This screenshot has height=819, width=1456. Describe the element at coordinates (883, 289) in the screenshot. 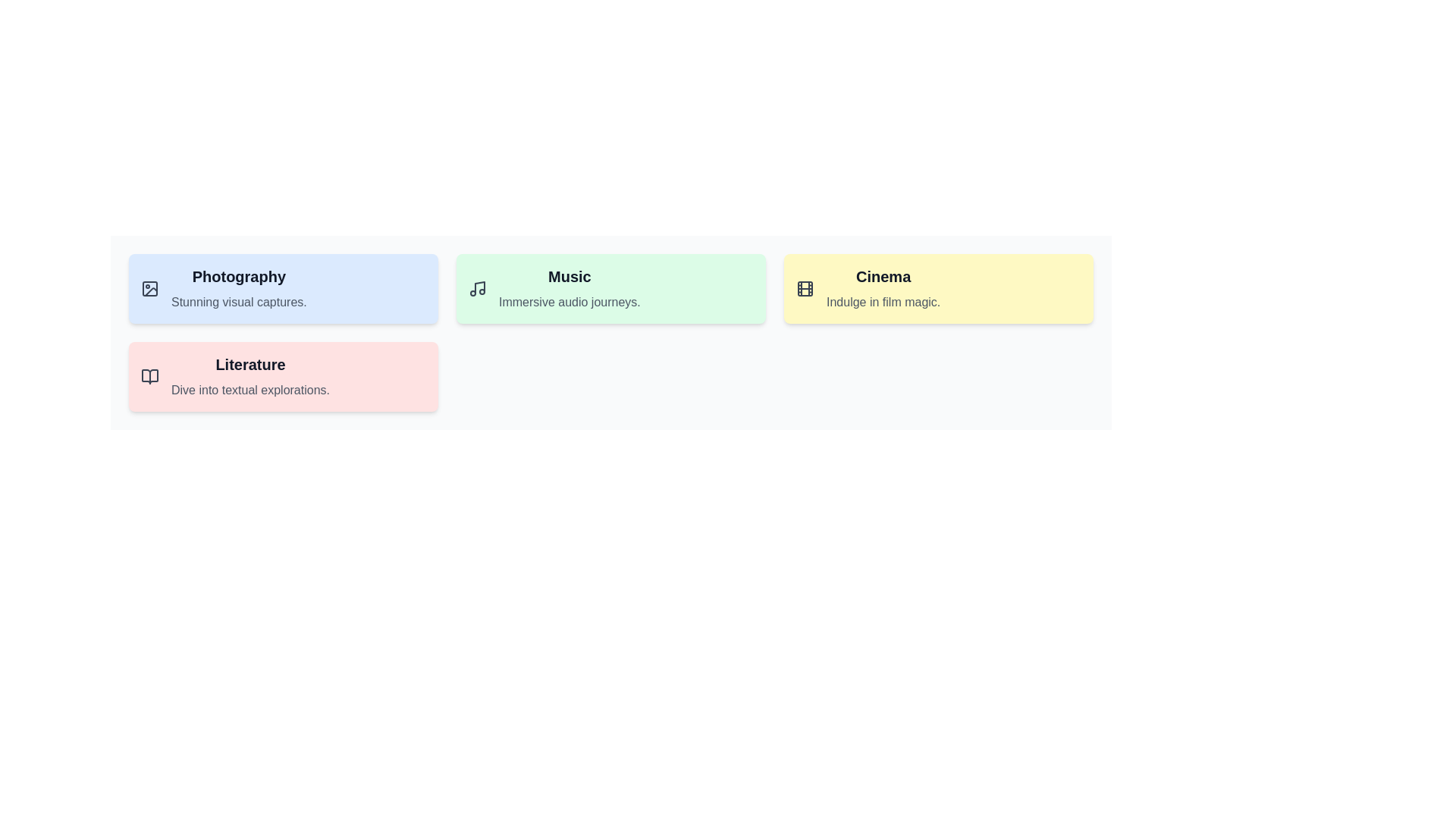

I see `the descriptive card titled 'Cinema' which features a bold title and a subtitle, located in a grid layout between the 'Music' card and an undefined space` at that location.